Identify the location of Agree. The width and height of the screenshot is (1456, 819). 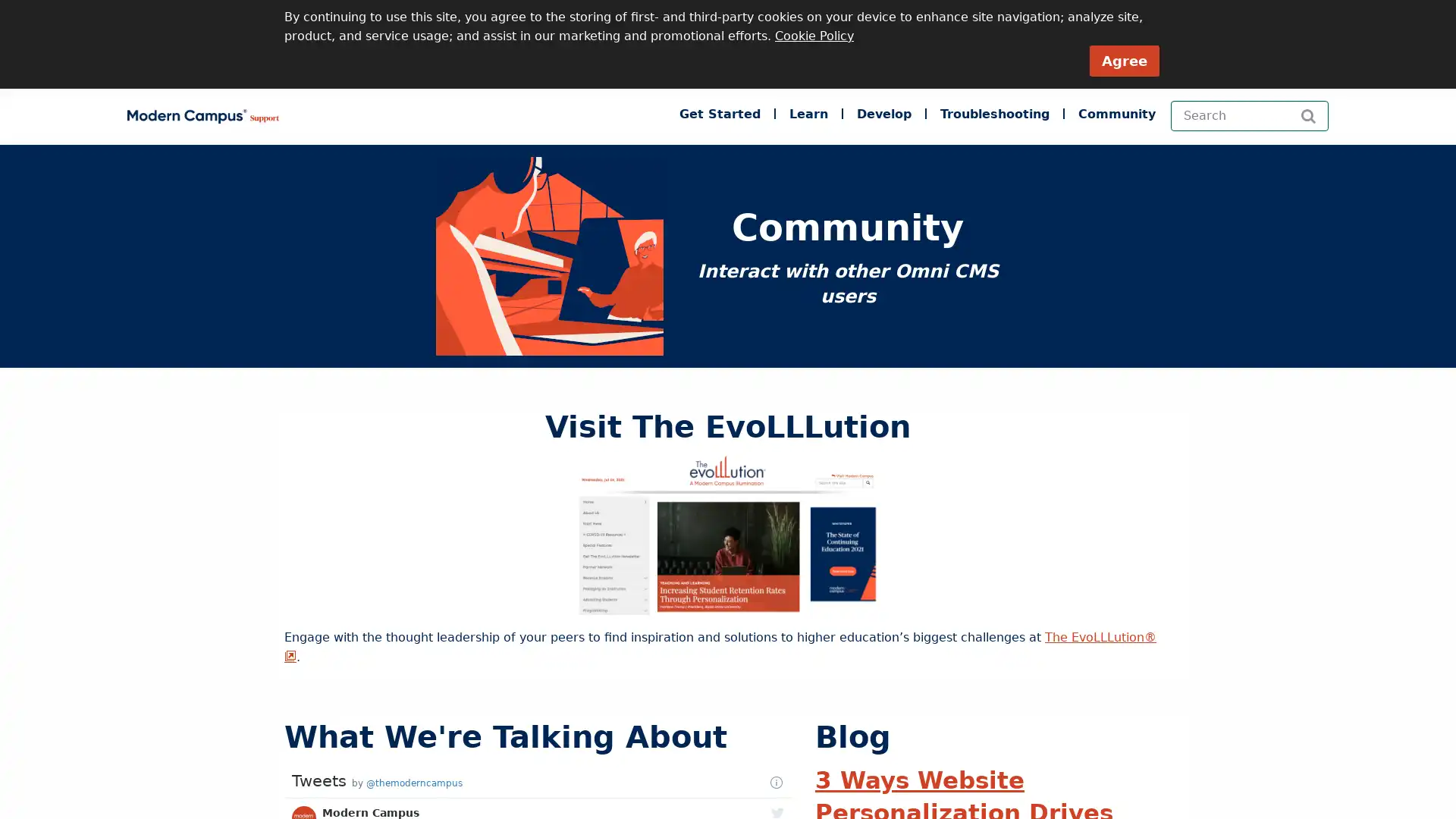
(1125, 60).